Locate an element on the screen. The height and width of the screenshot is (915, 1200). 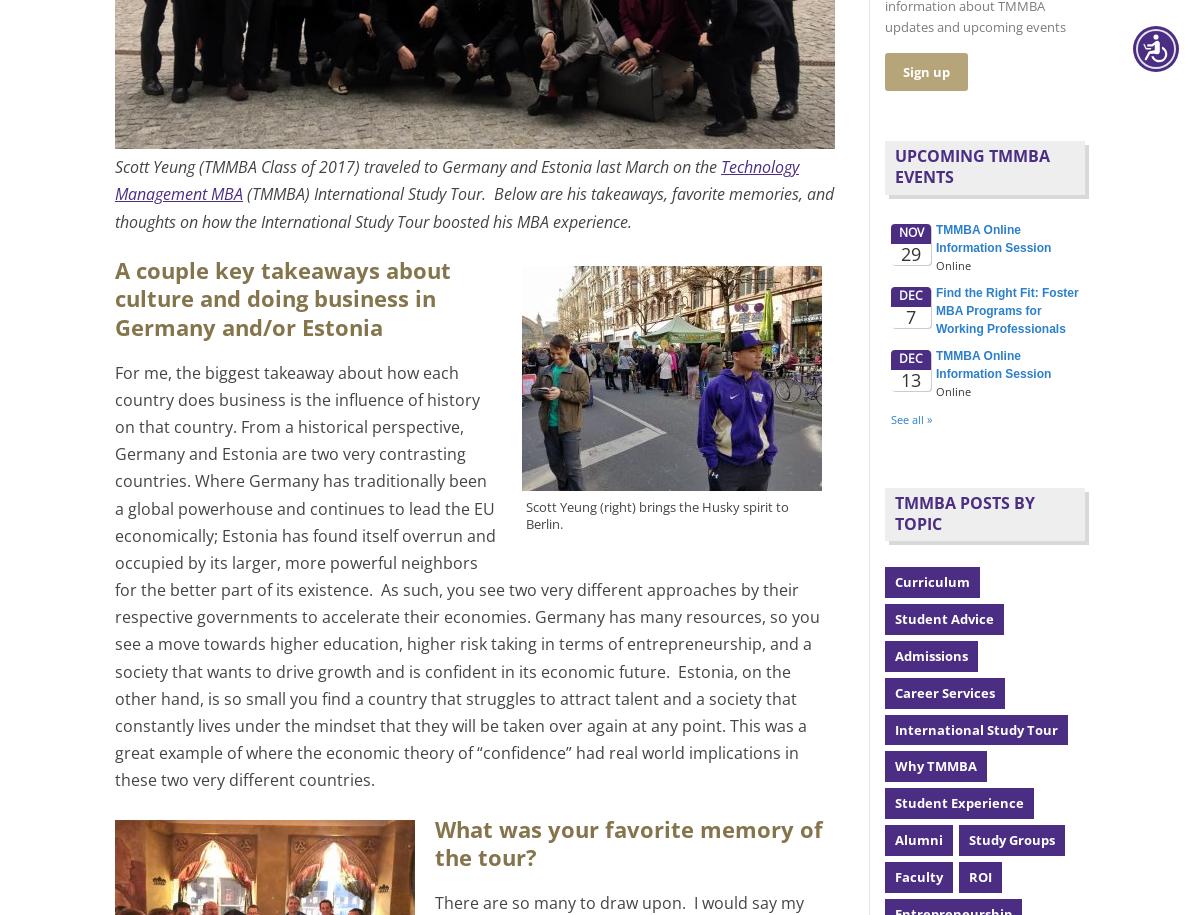
'Curriculum' is located at coordinates (932, 581).